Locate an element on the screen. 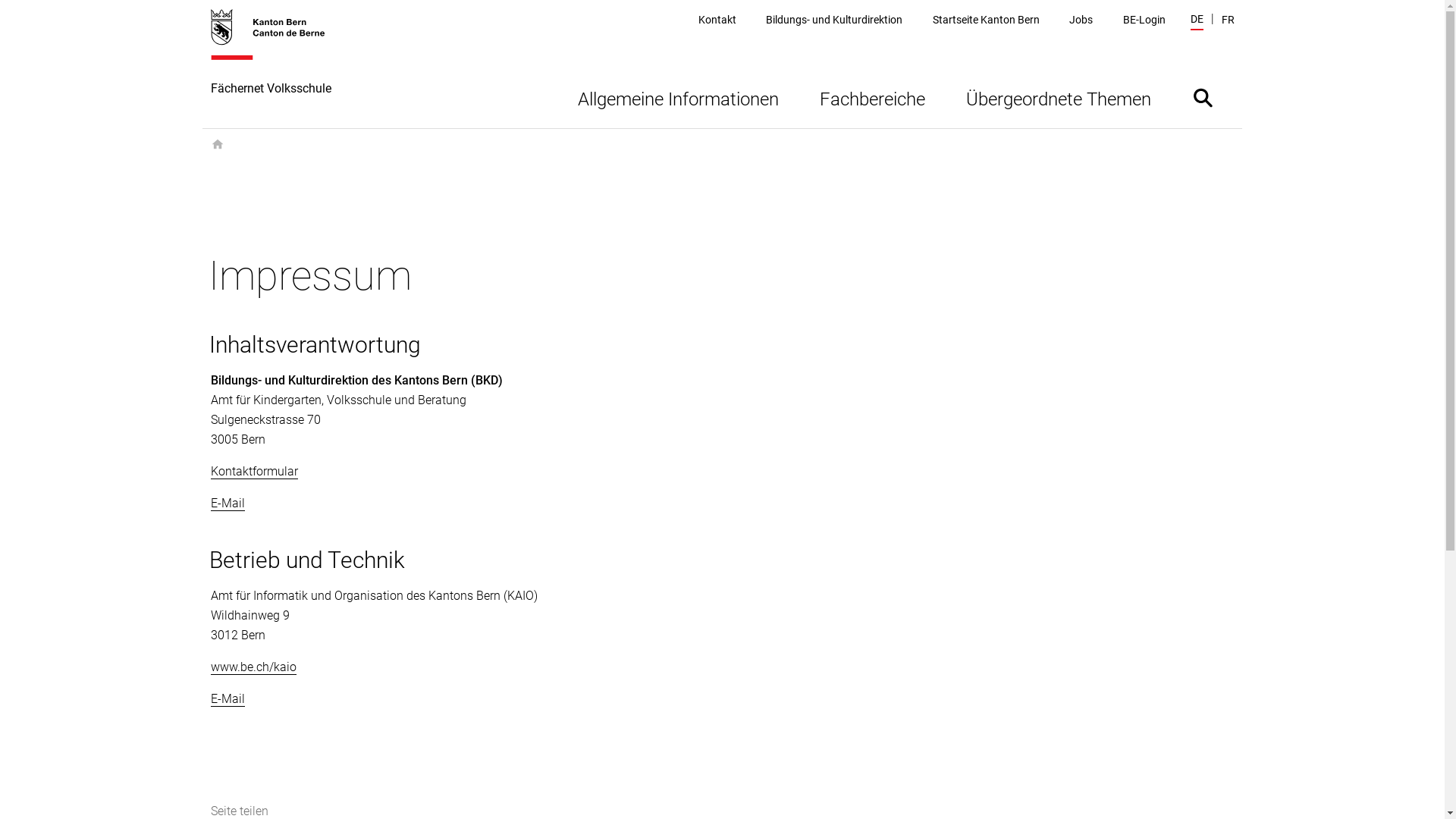 This screenshot has width=1456, height=819. 'Bildungs- und Kulturdirektion' is located at coordinates (765, 20).